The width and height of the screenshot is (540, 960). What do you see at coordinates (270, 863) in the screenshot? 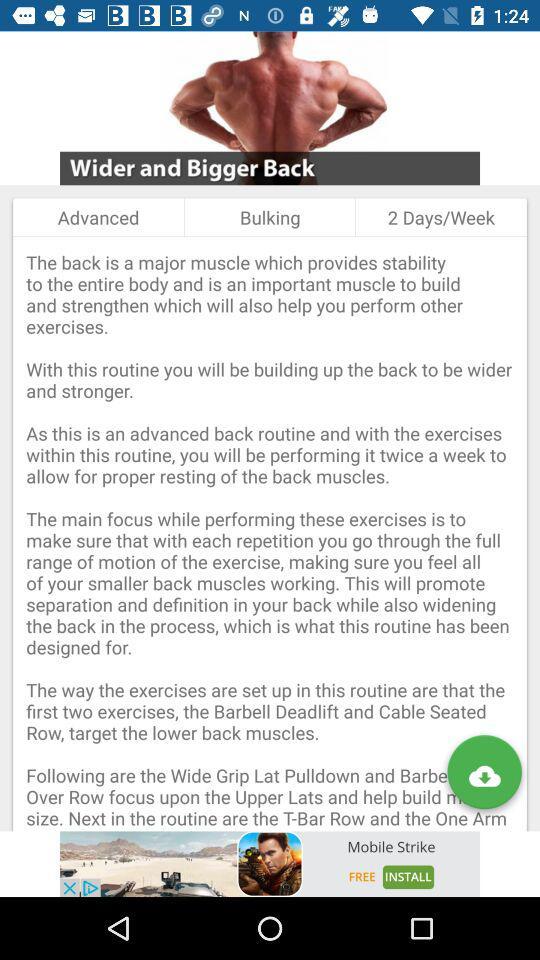
I see `mobile strike advertisement website` at bounding box center [270, 863].